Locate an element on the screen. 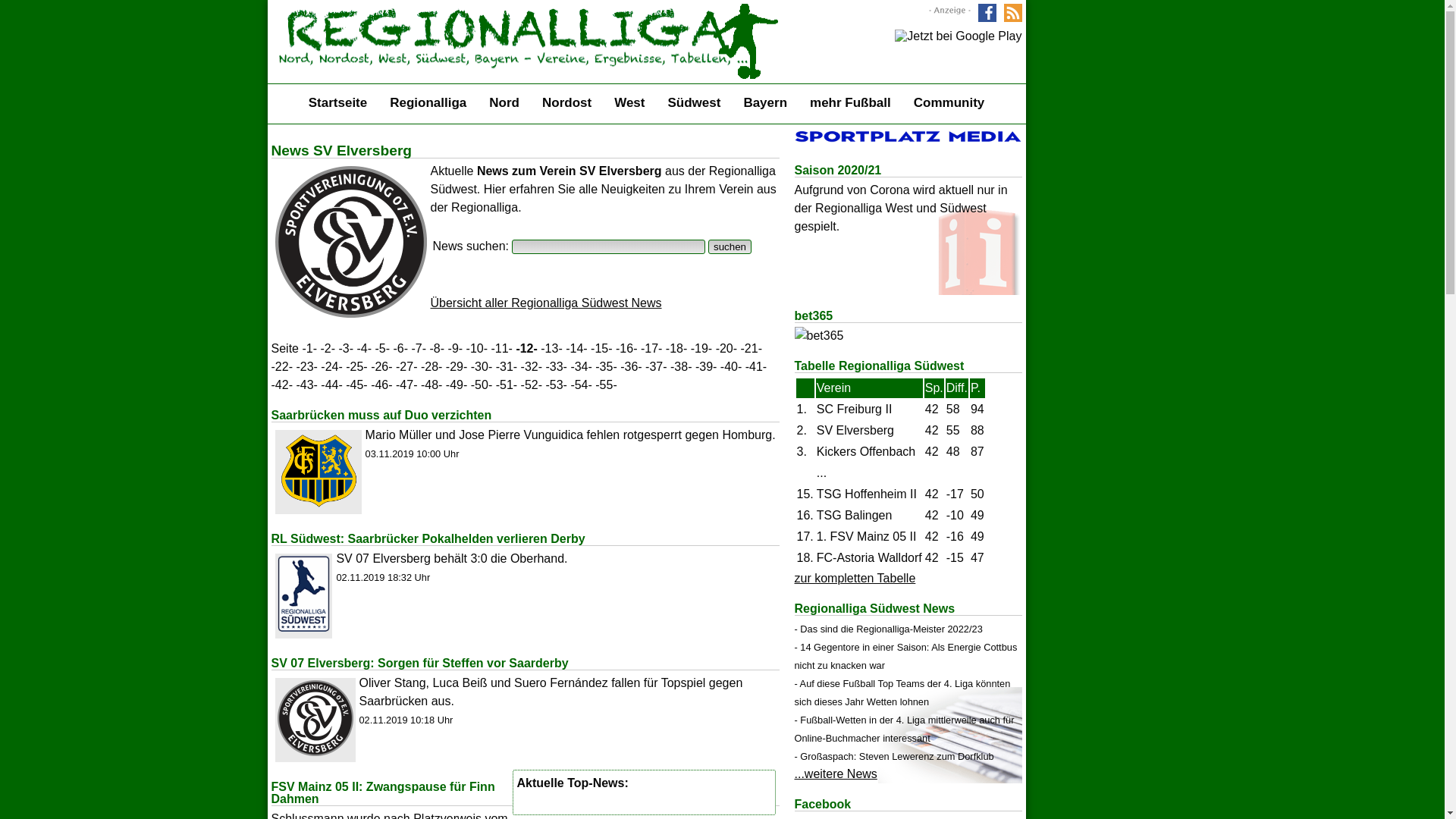  'zur kompletten Tabelle' is located at coordinates (855, 578).